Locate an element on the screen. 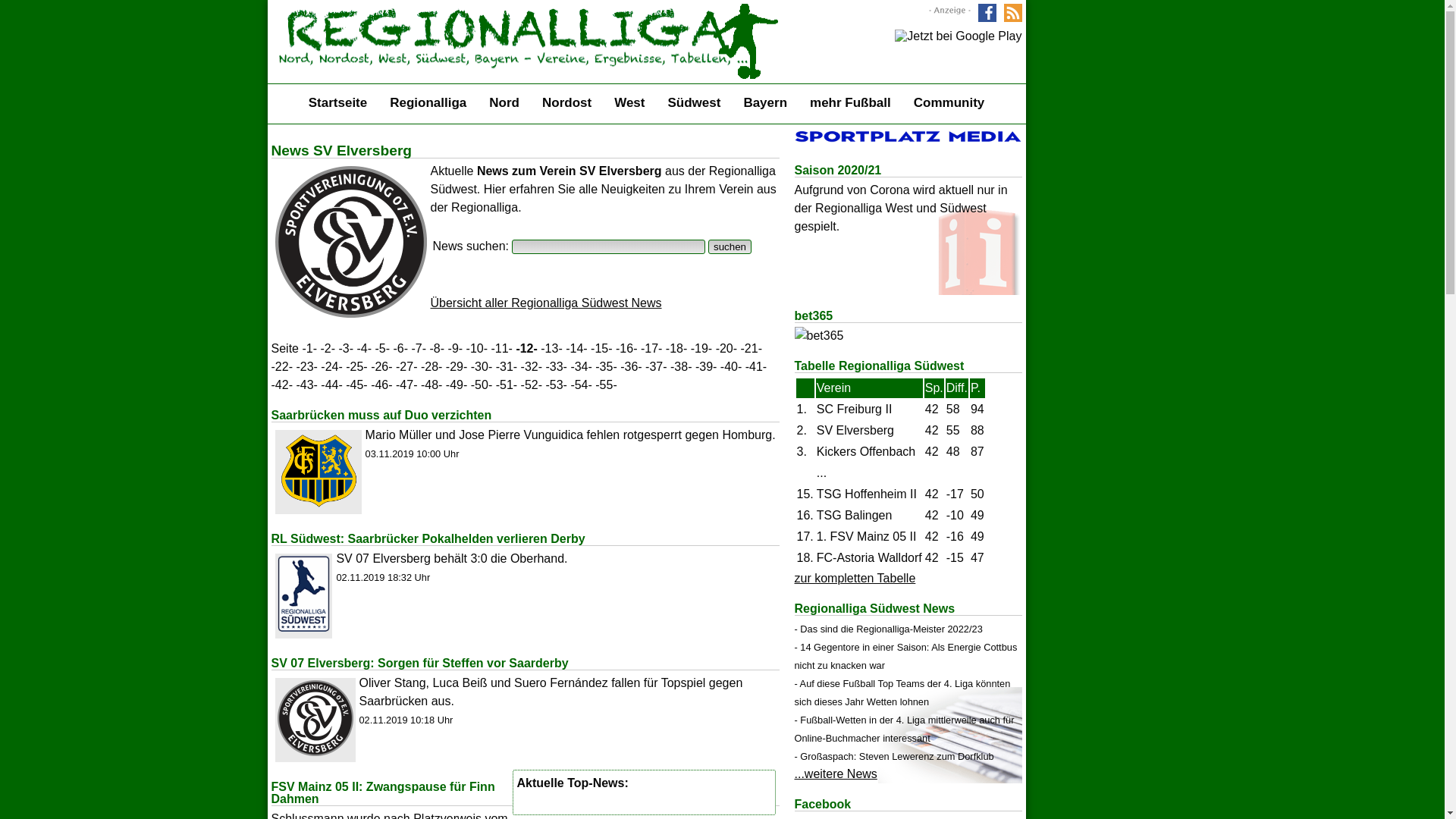  'zur kompletten Tabelle' is located at coordinates (855, 578).